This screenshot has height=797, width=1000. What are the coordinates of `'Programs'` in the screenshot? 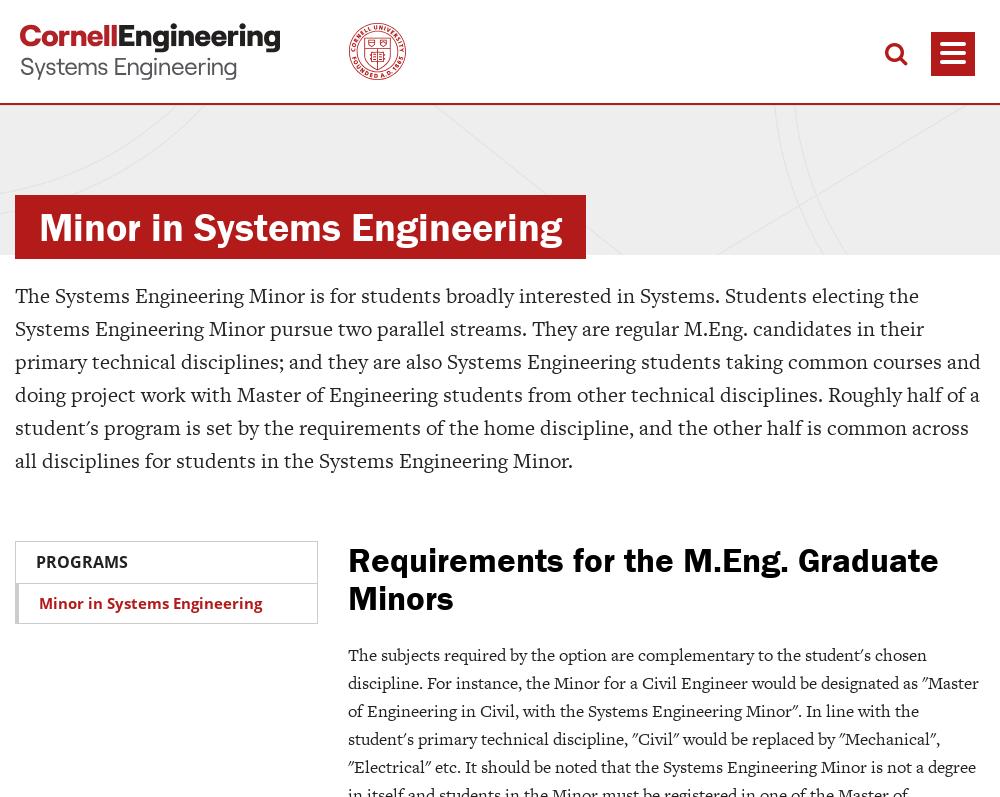 It's located at (81, 560).